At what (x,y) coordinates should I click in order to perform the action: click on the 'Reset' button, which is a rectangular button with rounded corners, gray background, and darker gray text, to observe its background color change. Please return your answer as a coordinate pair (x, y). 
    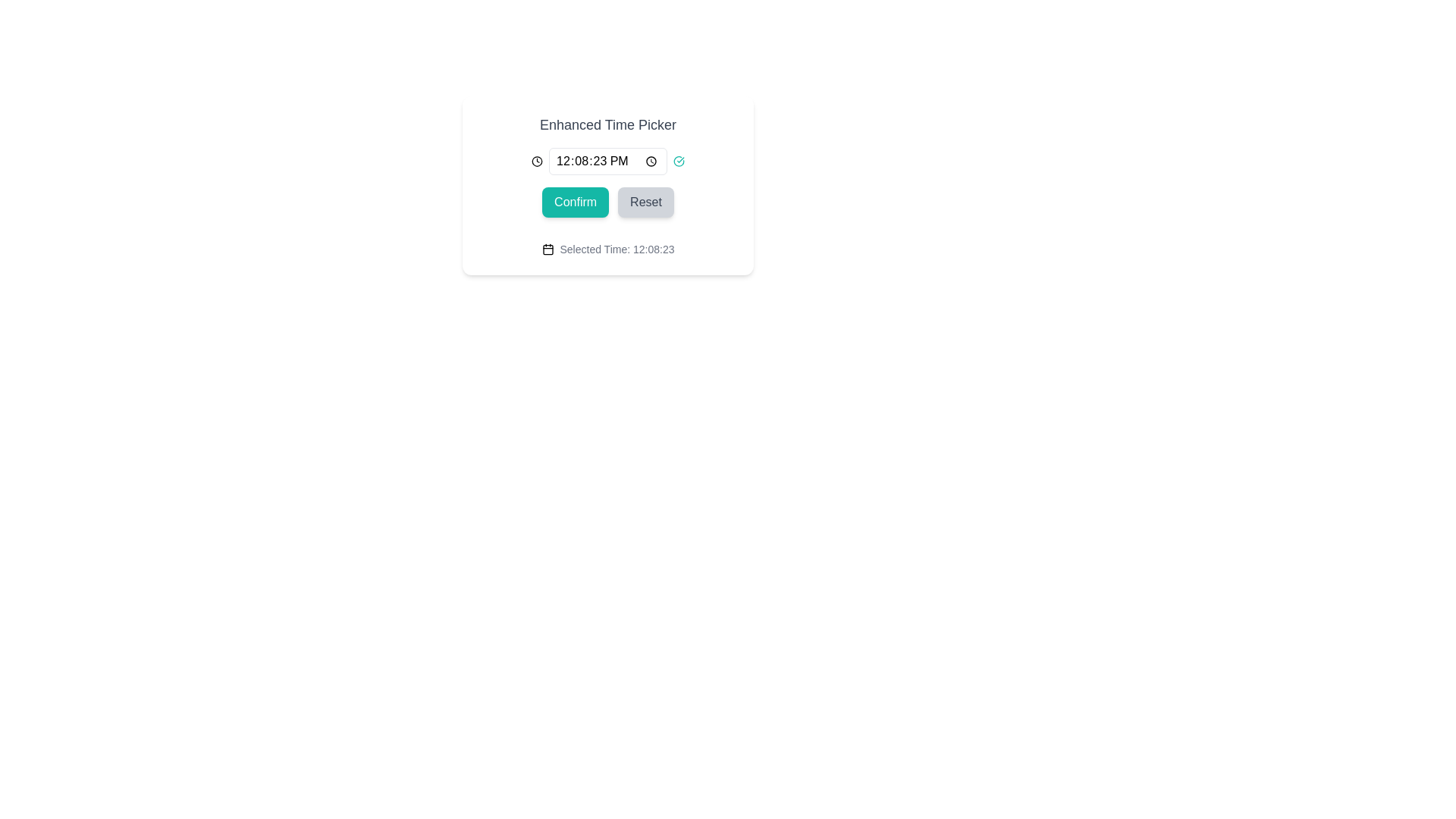
    Looking at the image, I should click on (646, 201).